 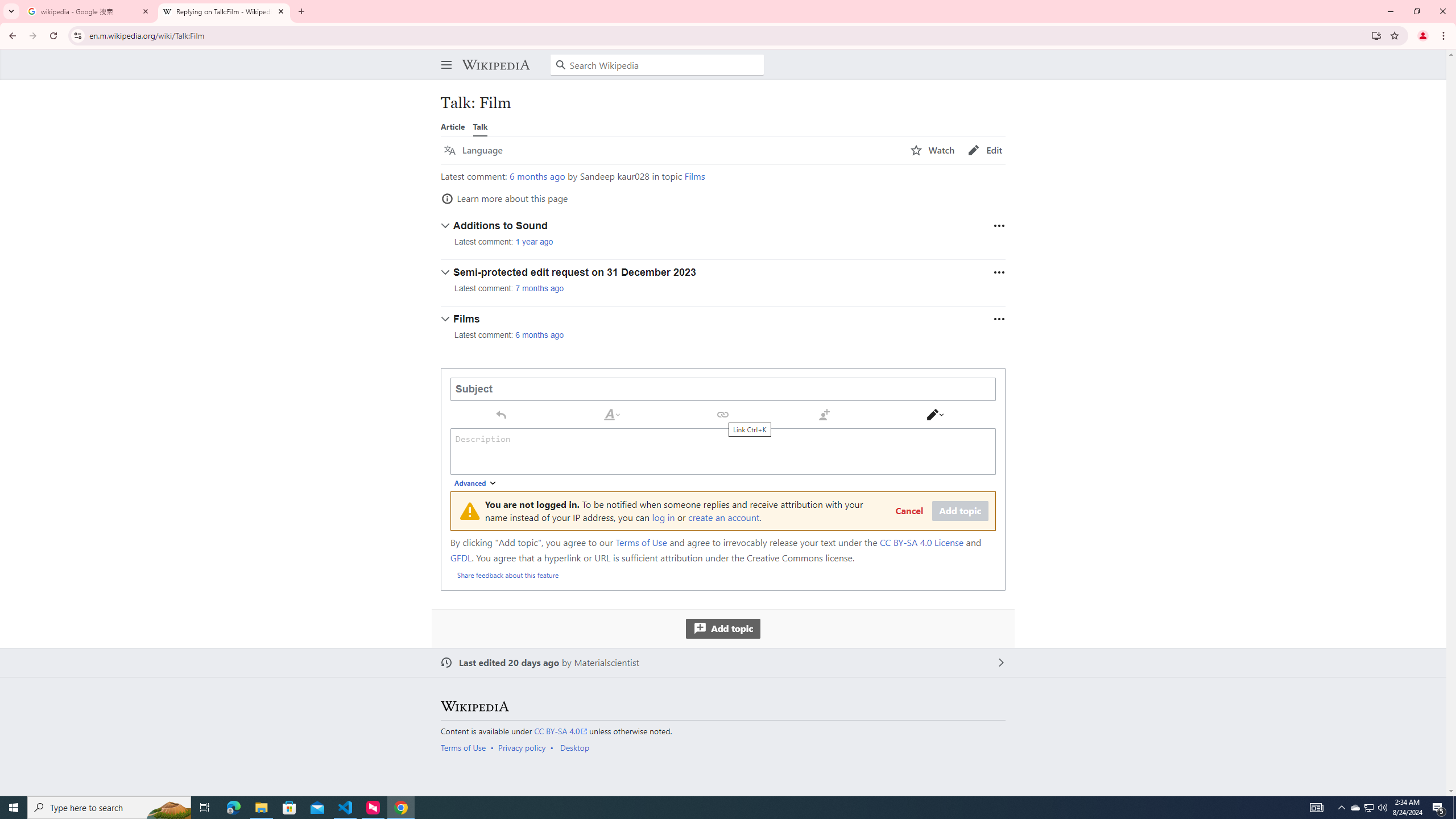 I want to click on 'Subject', so click(x=723, y=388).